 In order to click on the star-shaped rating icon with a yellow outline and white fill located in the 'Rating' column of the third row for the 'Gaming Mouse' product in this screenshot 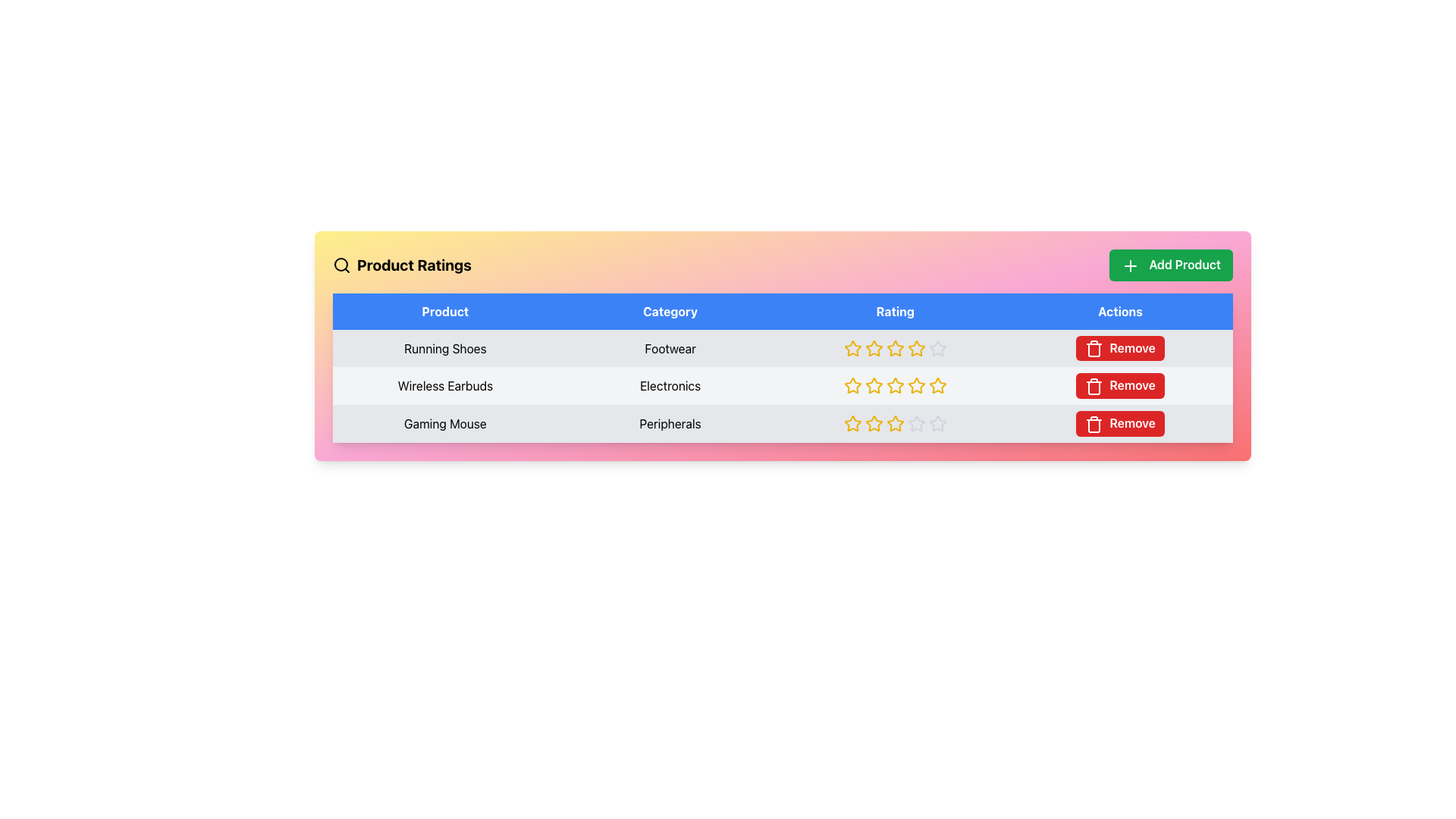, I will do `click(874, 423)`.